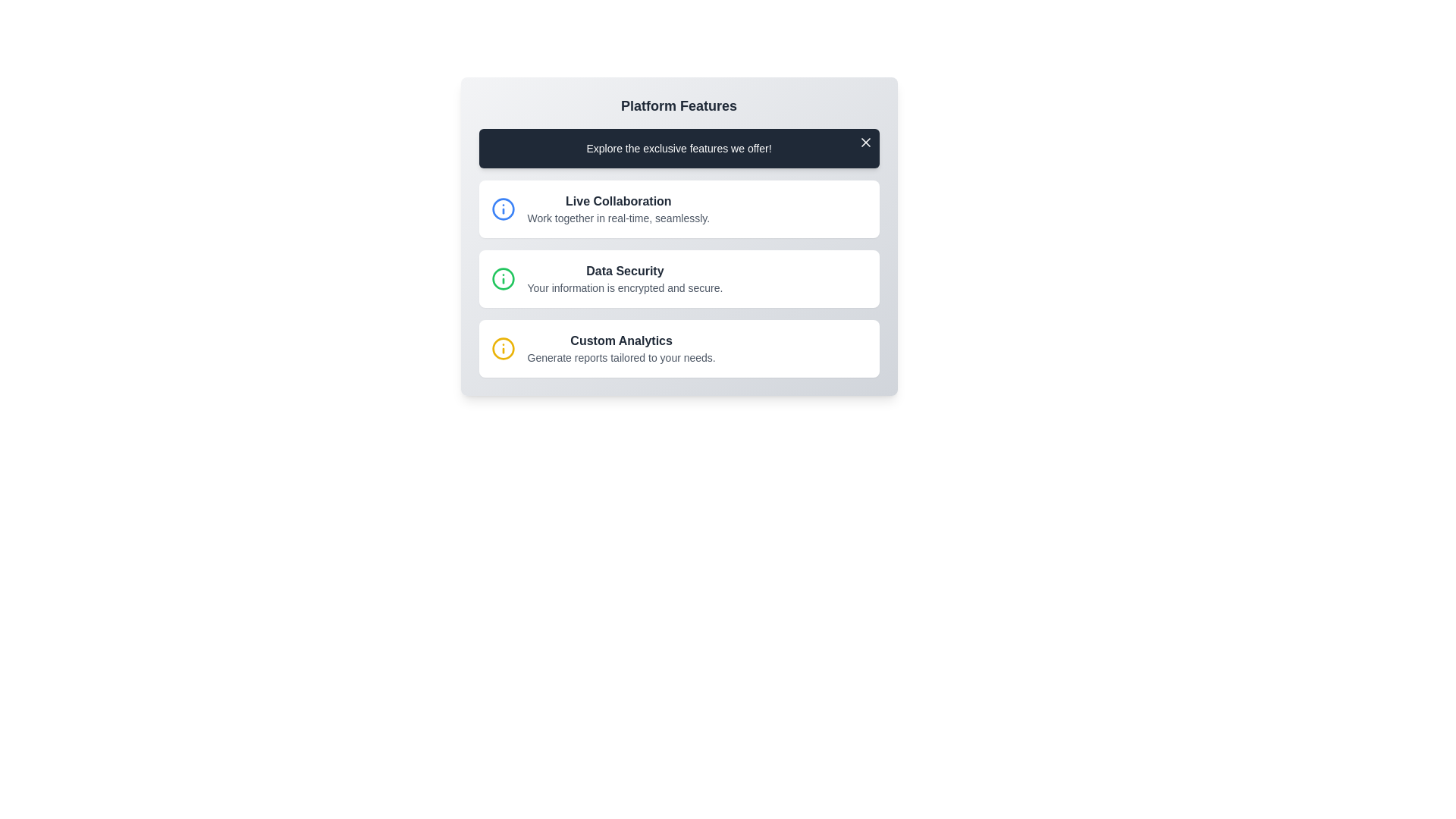 This screenshot has height=819, width=1456. I want to click on the circular icon with an 'i' symbol, so click(503, 278).